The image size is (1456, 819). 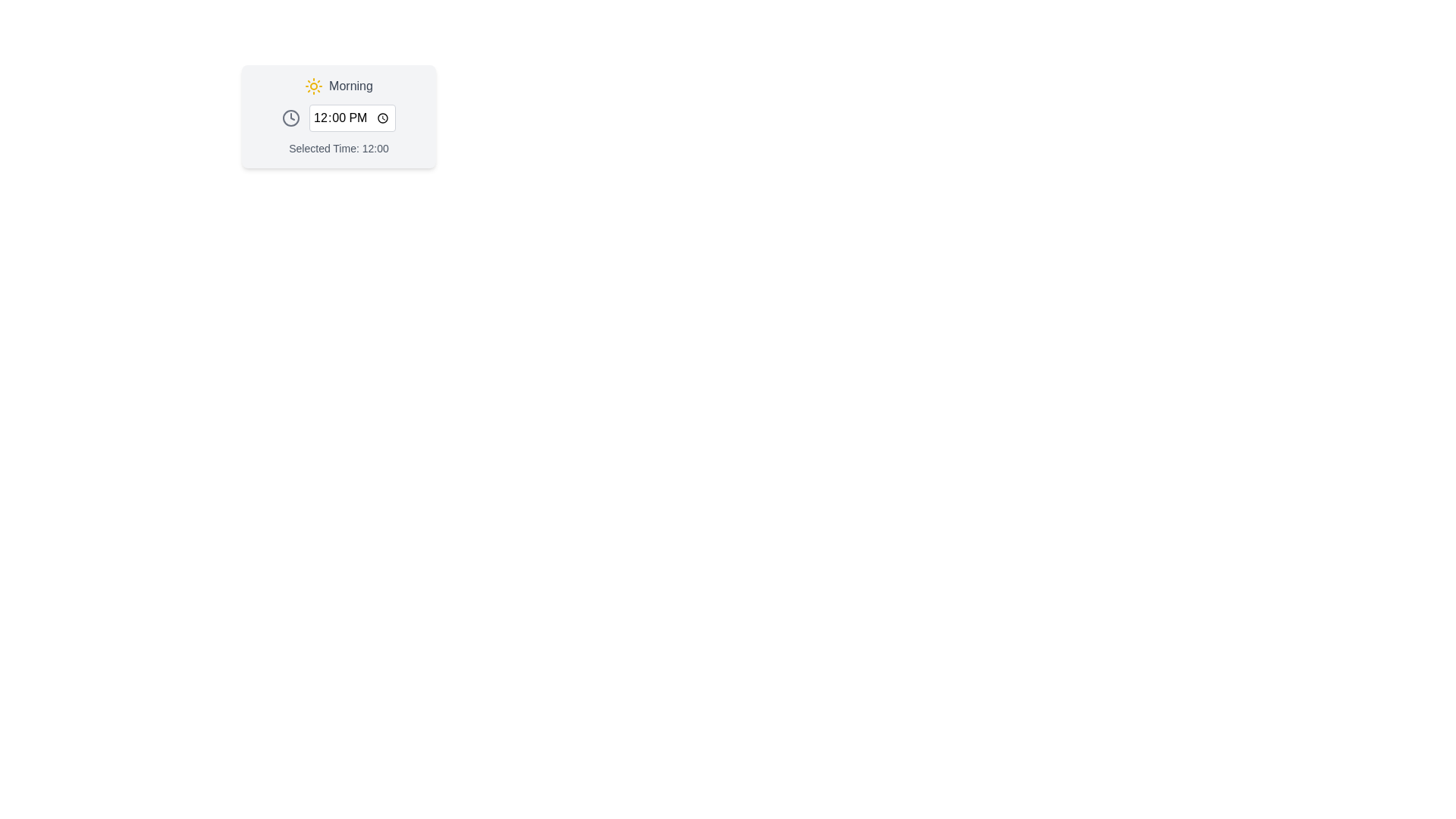 I want to click on the Clock Icon, which is represented as an SVG graphic with a gray color and thin stroke lines, located to the left of the time picker field displaying '12:00 PM', so click(x=291, y=117).